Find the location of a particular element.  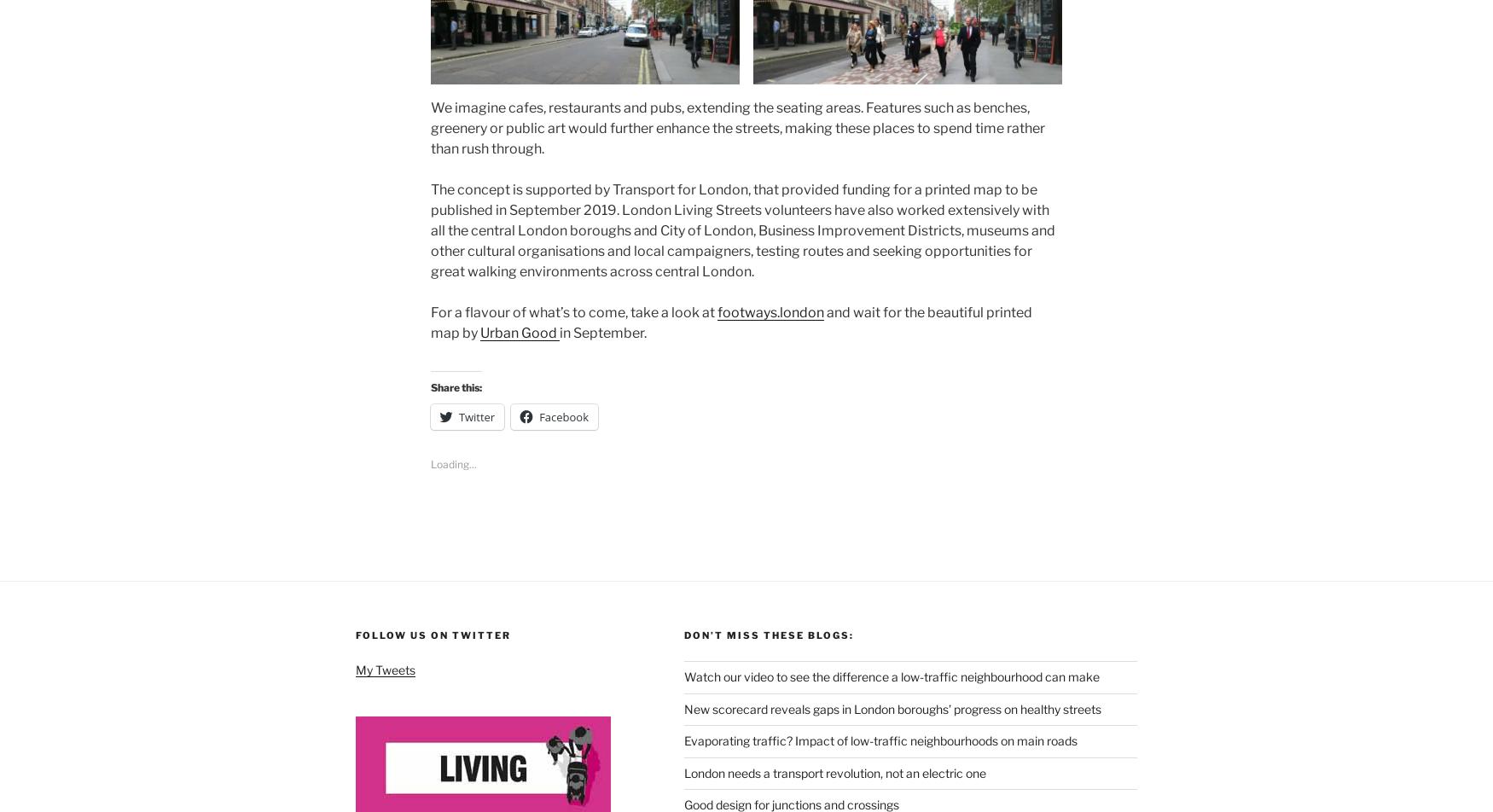

'For a flavour of what’s to come, take a look at' is located at coordinates (573, 311).